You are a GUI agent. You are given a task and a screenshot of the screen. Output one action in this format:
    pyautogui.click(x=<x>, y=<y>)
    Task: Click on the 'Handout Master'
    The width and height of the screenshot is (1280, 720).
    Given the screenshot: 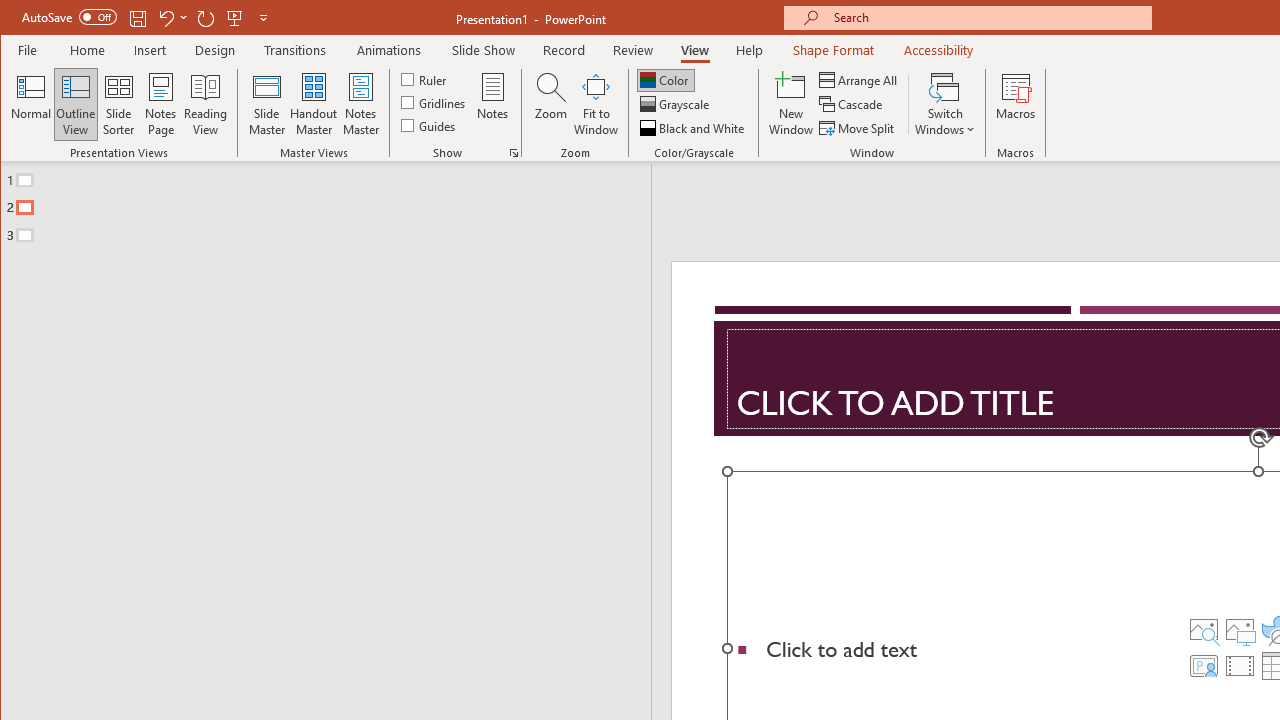 What is the action you would take?
    pyautogui.click(x=313, y=104)
    